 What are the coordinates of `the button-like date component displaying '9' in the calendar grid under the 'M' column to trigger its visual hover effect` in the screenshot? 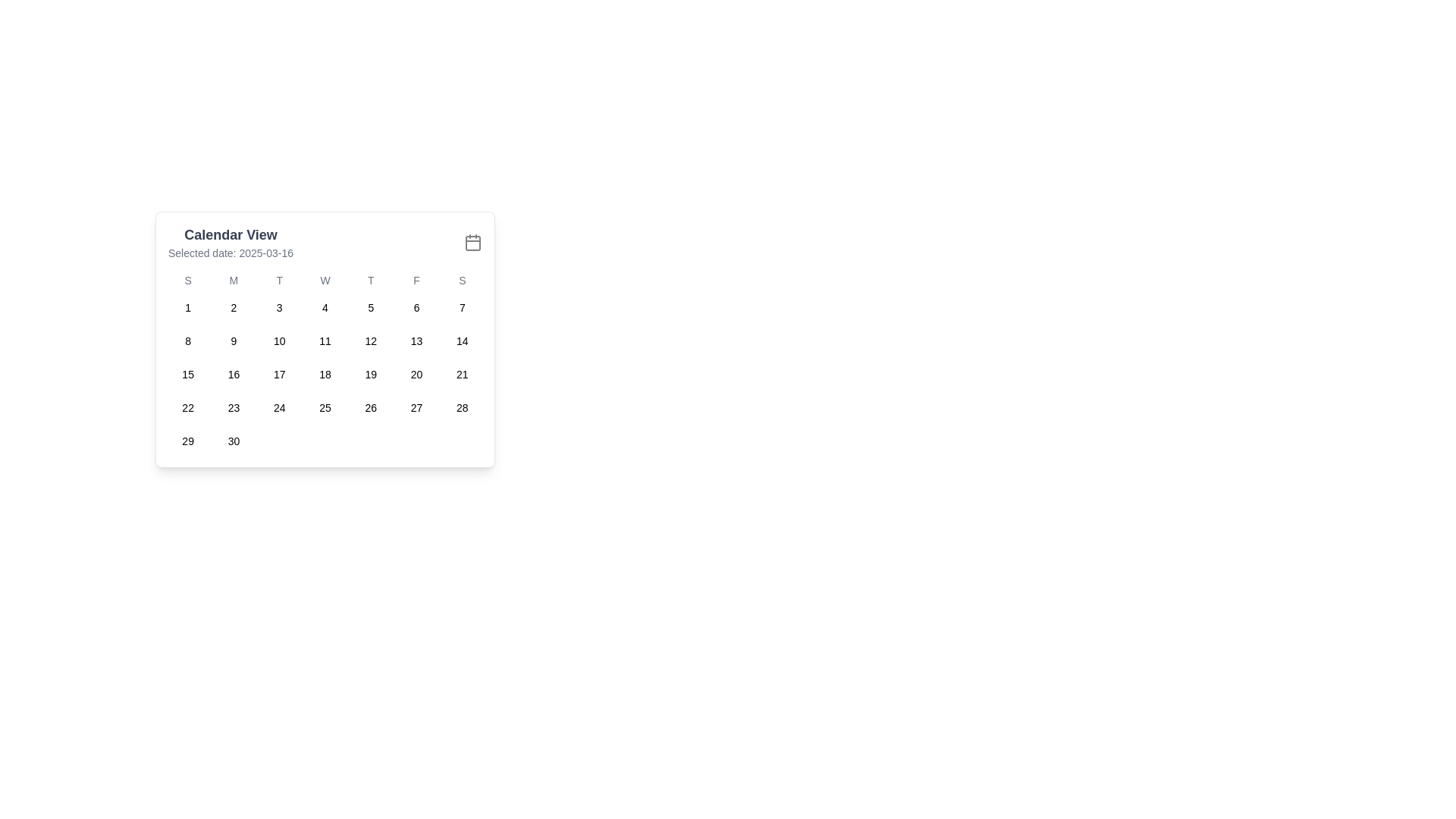 It's located at (233, 341).